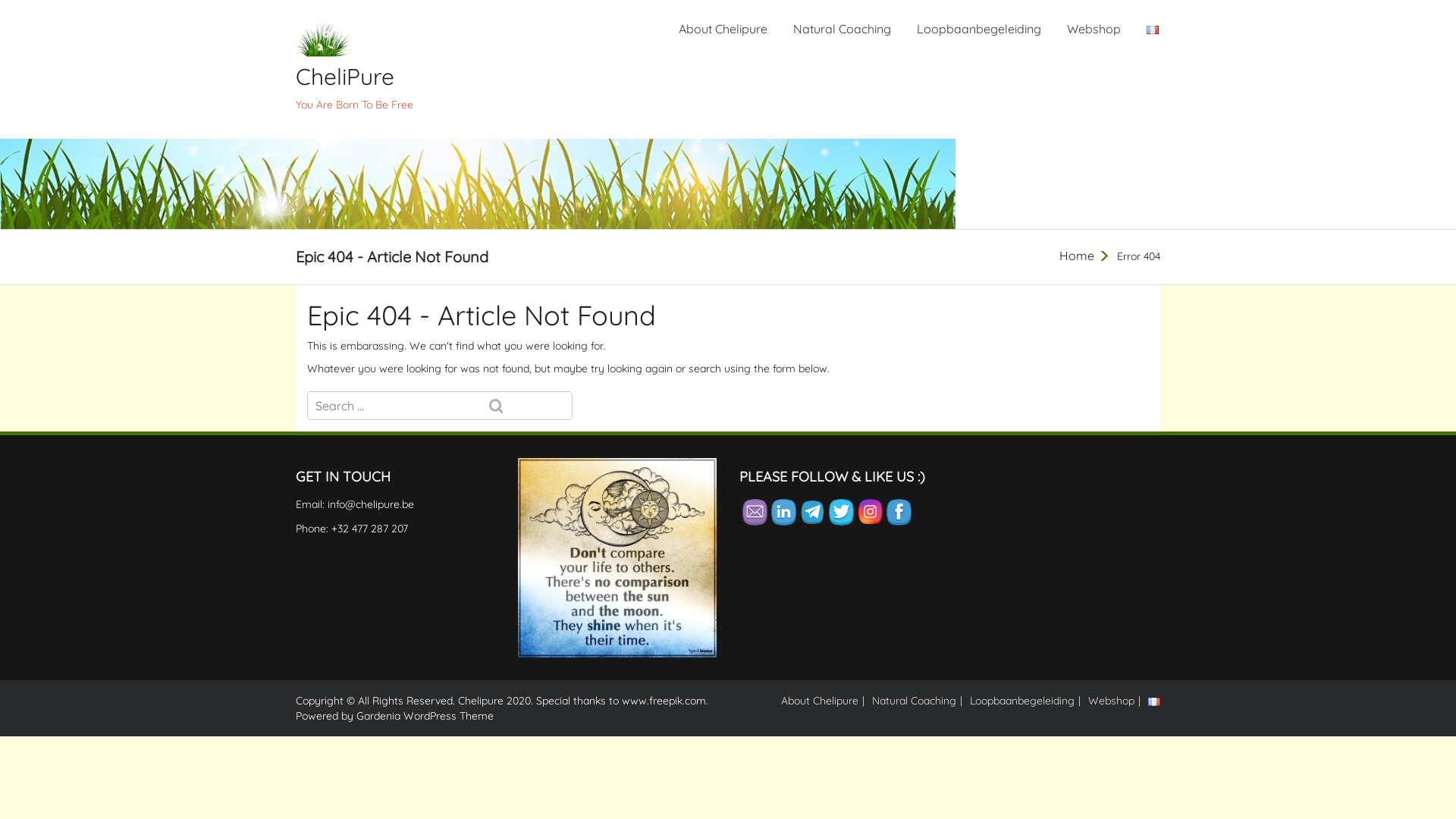  What do you see at coordinates (899, 512) in the screenshot?
I see `'Facebook'` at bounding box center [899, 512].